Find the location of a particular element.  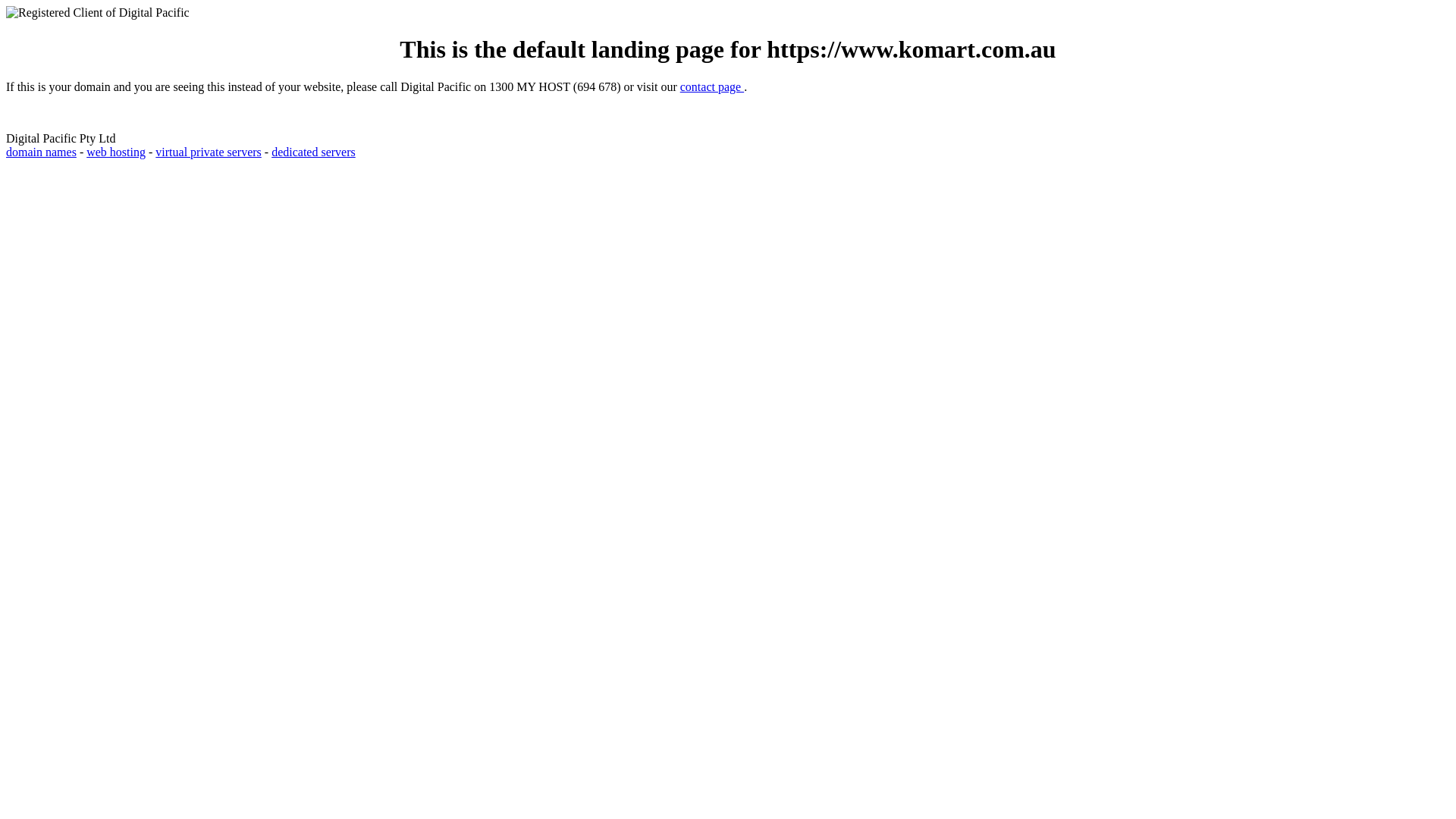

'virtual private servers' is located at coordinates (207, 152).